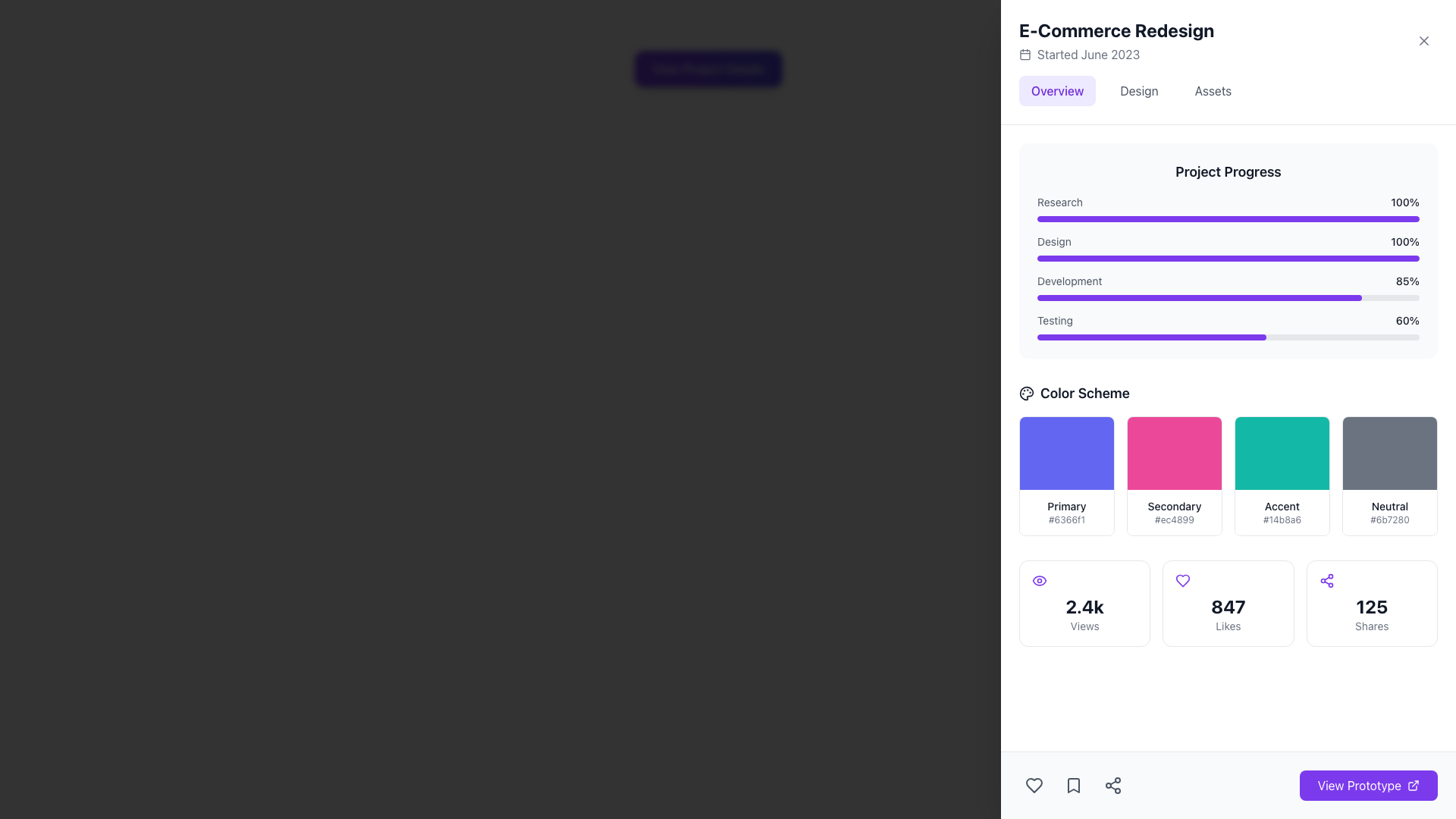  Describe the element at coordinates (1228, 250) in the screenshot. I see `the Progress Bar Display Component at the specified coordinates` at that location.